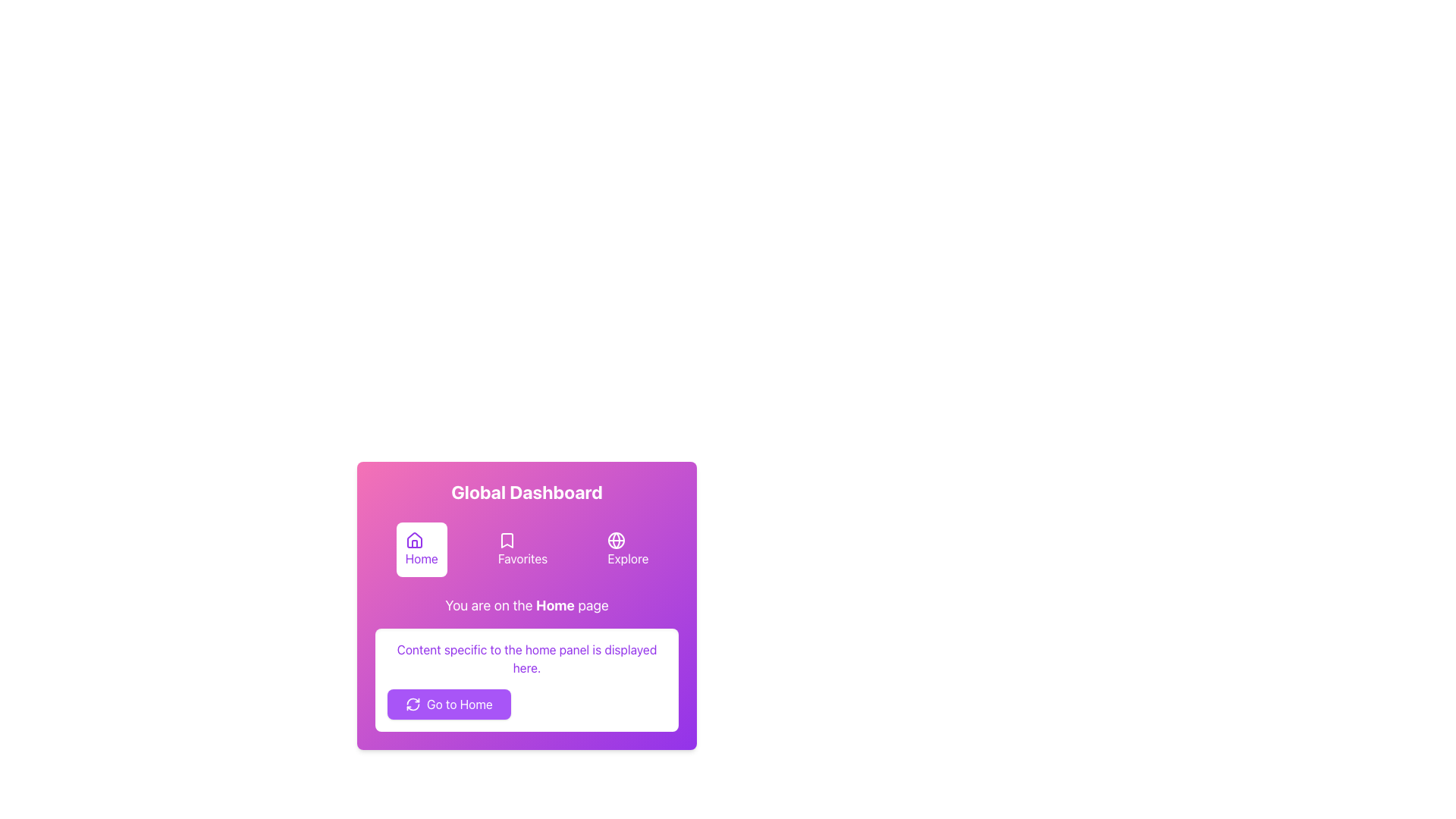 The height and width of the screenshot is (819, 1456). I want to click on the 'Favorites' button located in the navigation bar, which is the second button from the left, so click(522, 550).